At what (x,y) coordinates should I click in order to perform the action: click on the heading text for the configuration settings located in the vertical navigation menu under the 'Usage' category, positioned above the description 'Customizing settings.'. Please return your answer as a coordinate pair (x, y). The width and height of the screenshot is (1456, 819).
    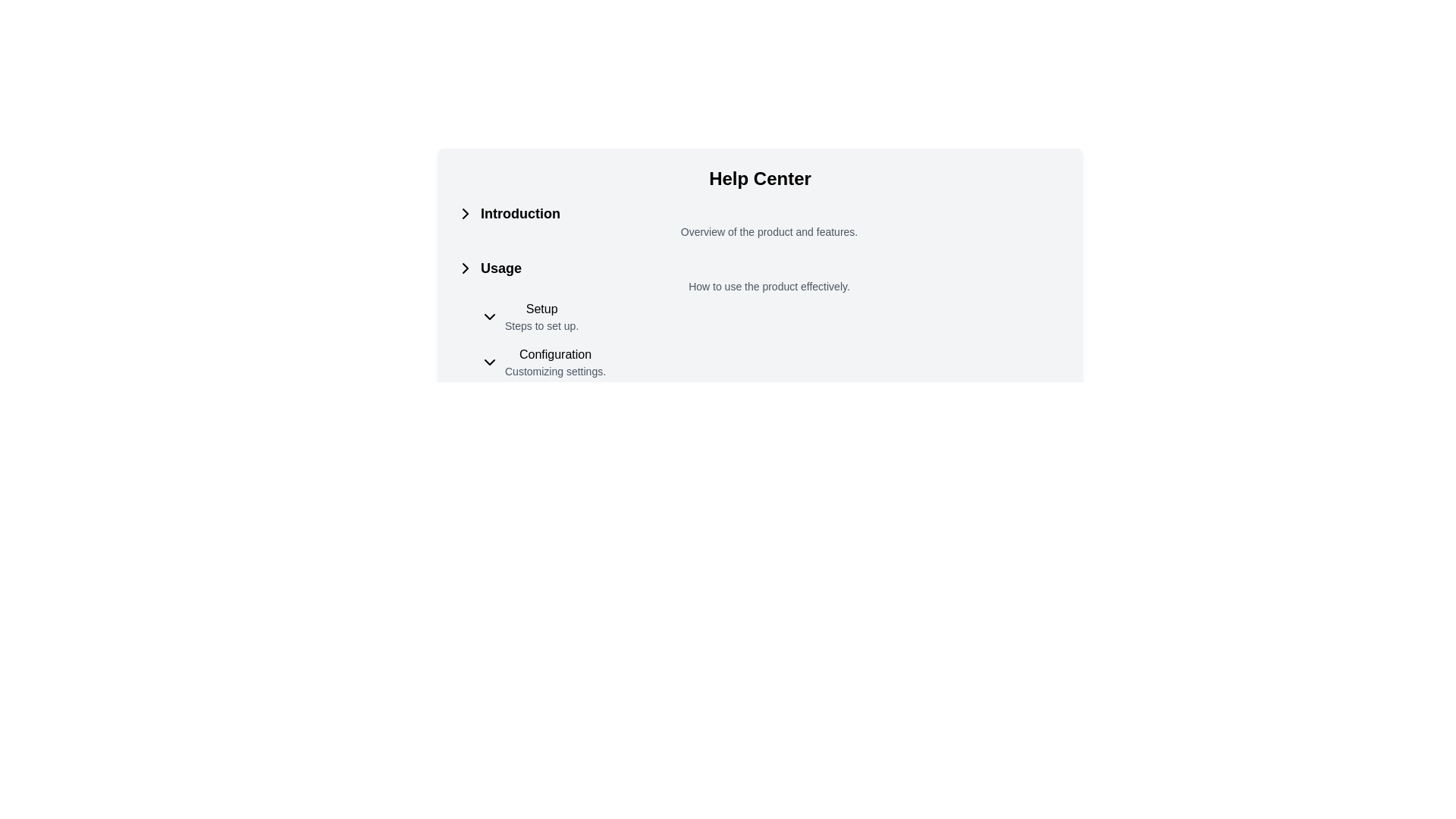
    Looking at the image, I should click on (554, 354).